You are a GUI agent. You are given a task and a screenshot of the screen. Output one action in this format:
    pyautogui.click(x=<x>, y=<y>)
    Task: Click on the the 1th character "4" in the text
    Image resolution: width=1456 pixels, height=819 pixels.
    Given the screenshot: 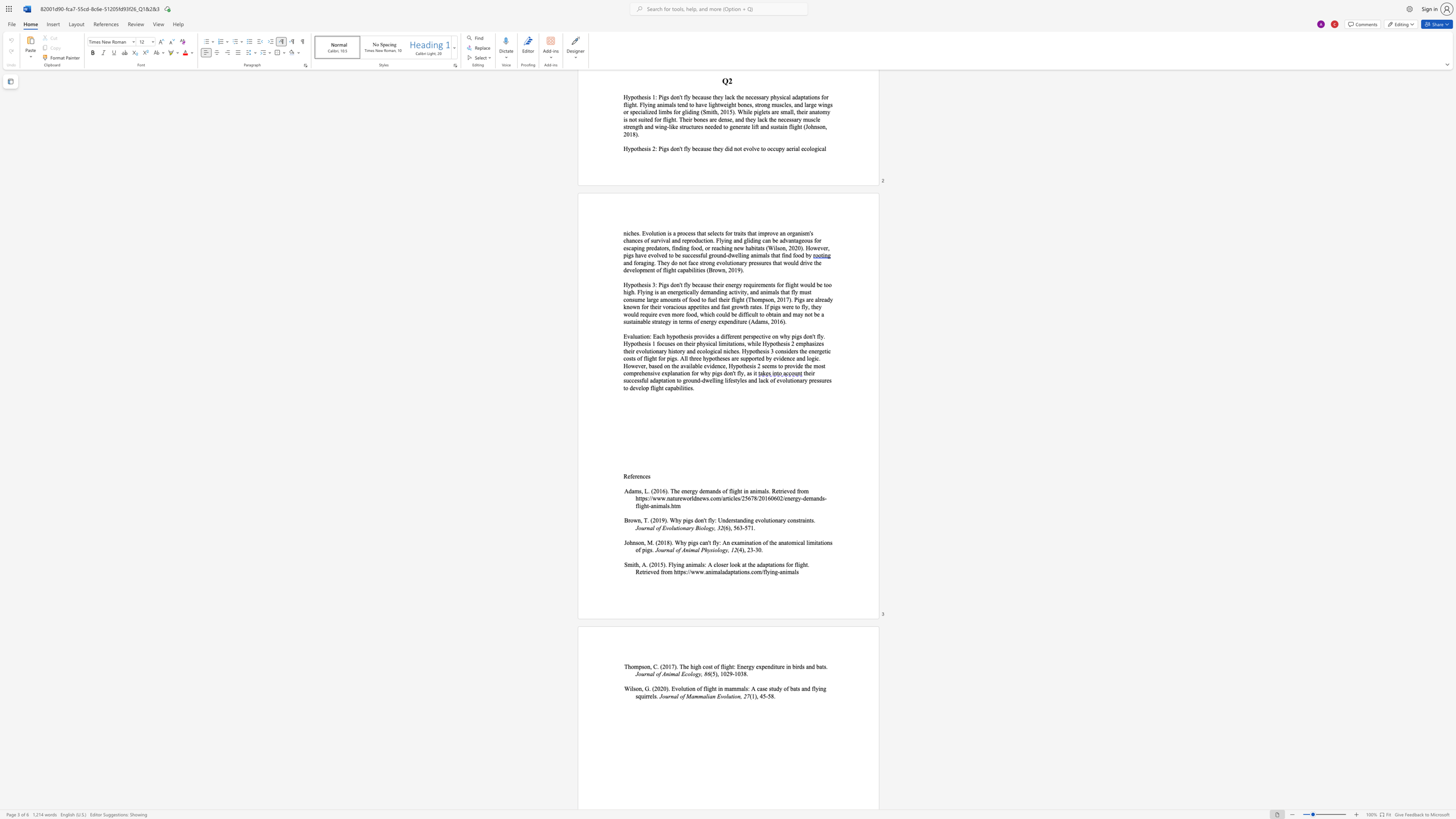 What is the action you would take?
    pyautogui.click(x=760, y=696)
    